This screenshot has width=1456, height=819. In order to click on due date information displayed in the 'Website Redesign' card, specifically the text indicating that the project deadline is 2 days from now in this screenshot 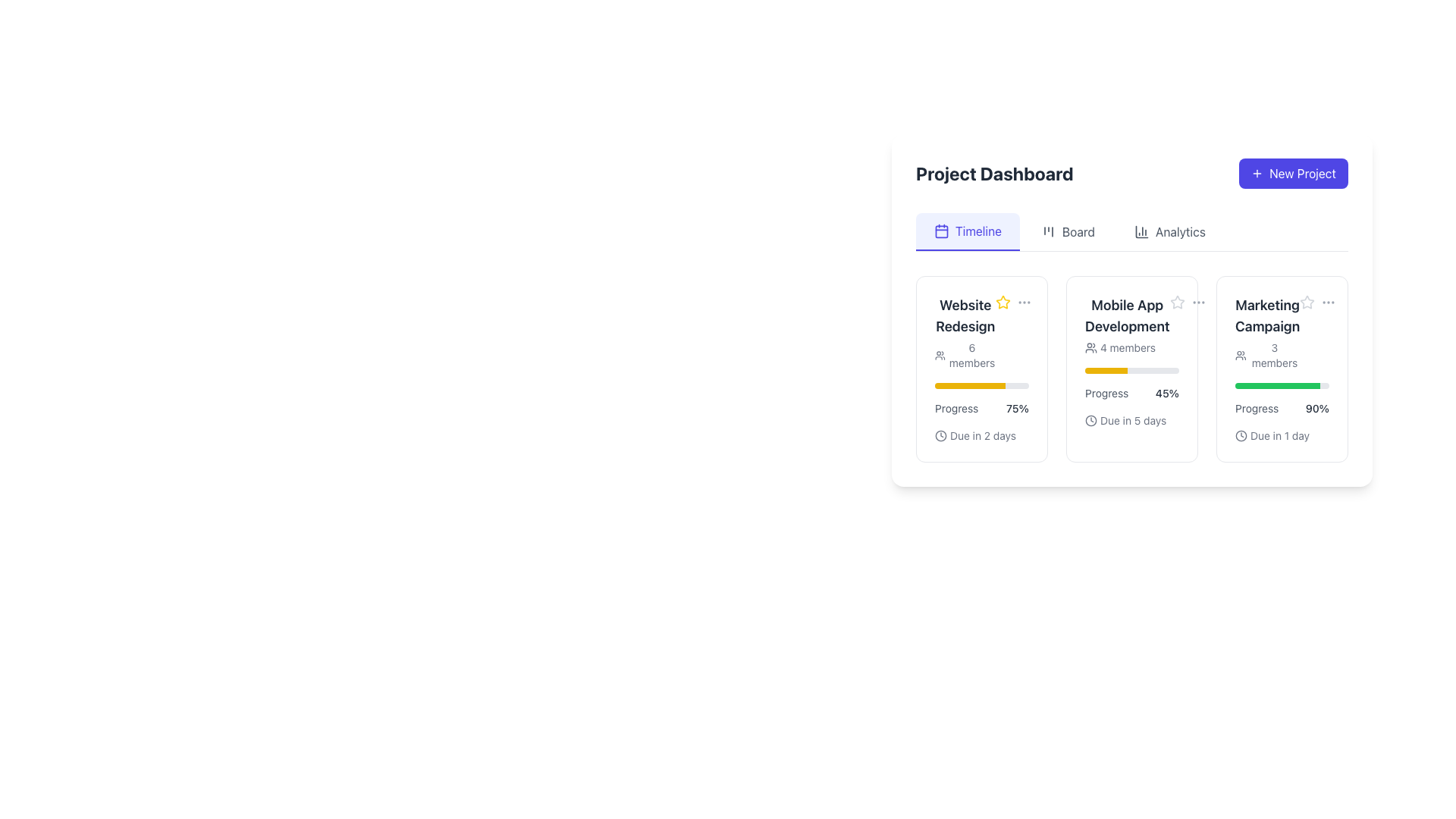, I will do `click(982, 435)`.